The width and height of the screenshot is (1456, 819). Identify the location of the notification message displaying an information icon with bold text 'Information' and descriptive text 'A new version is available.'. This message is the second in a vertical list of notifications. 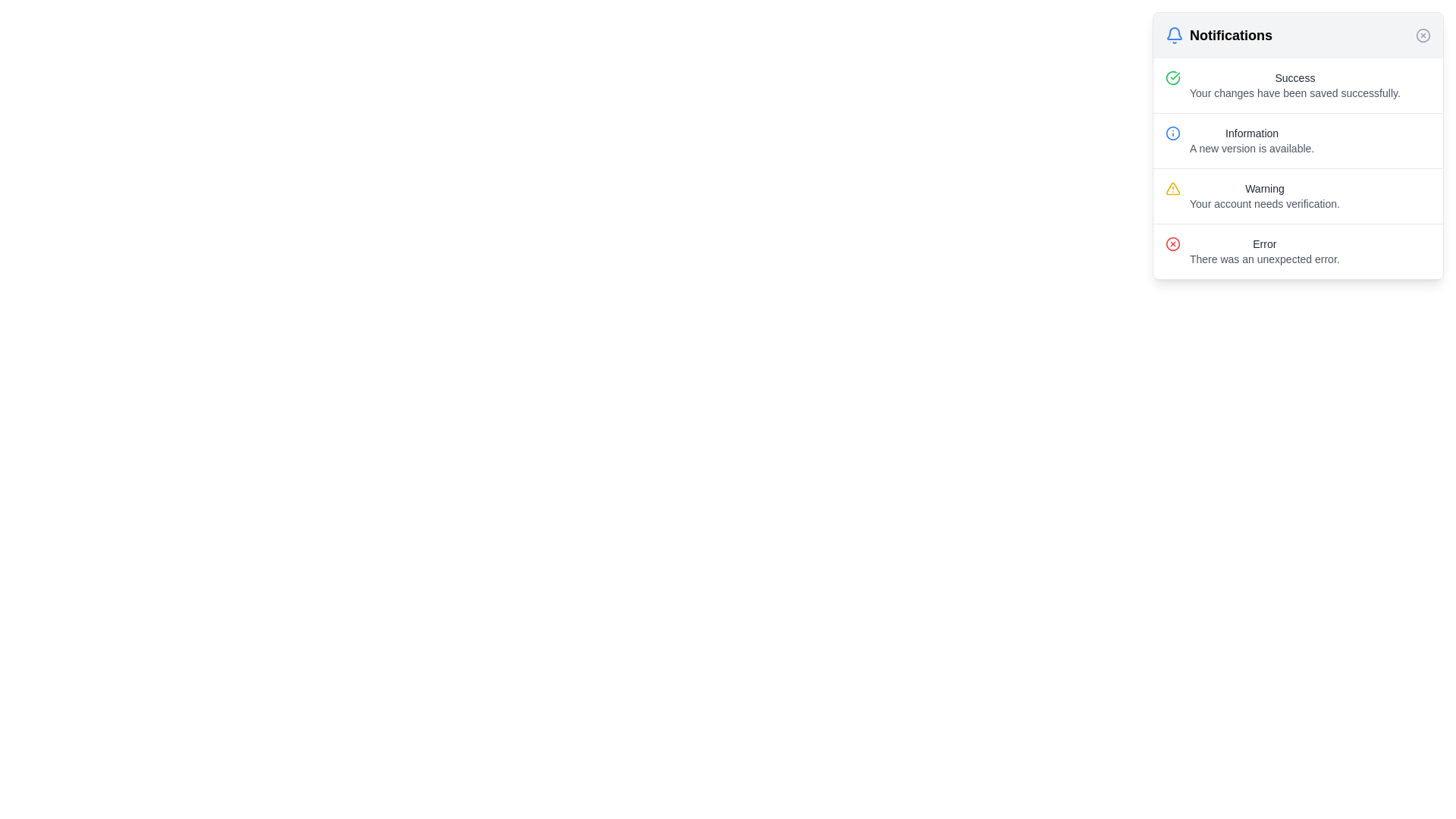
(1298, 140).